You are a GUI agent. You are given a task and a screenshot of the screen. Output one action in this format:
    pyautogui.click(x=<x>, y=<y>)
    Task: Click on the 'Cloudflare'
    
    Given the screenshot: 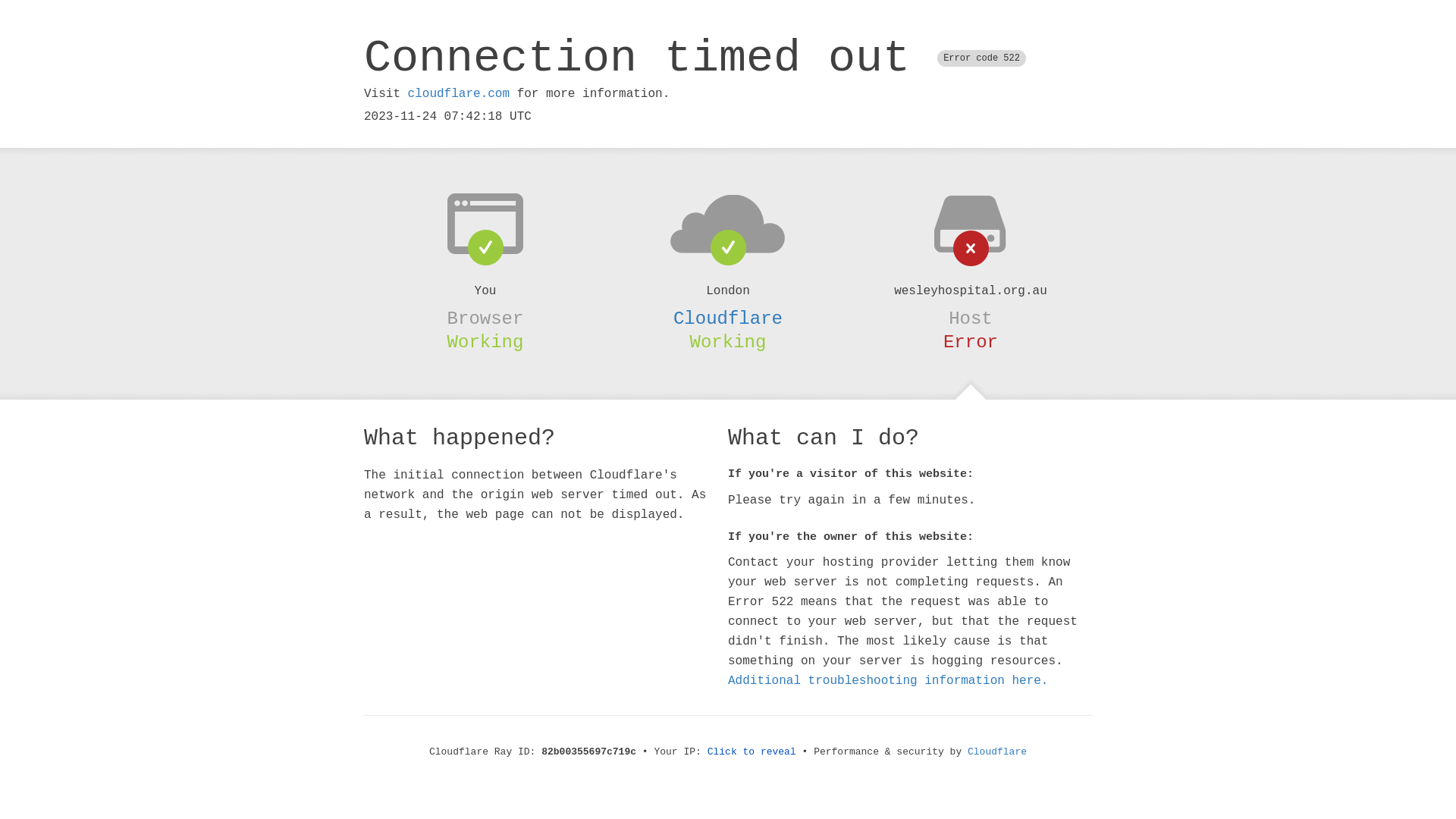 What is the action you would take?
    pyautogui.click(x=967, y=752)
    